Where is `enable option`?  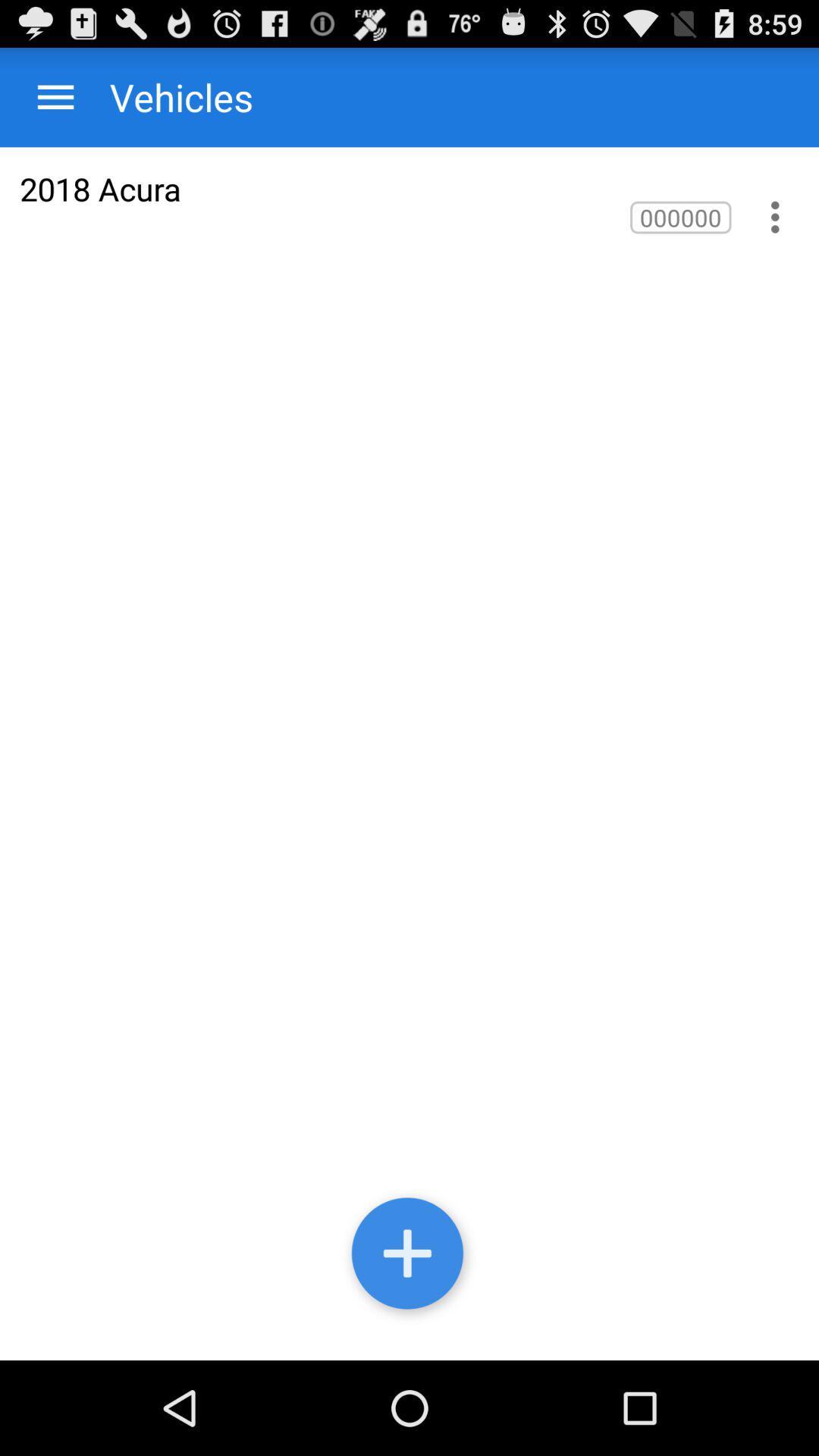 enable option is located at coordinates (775, 216).